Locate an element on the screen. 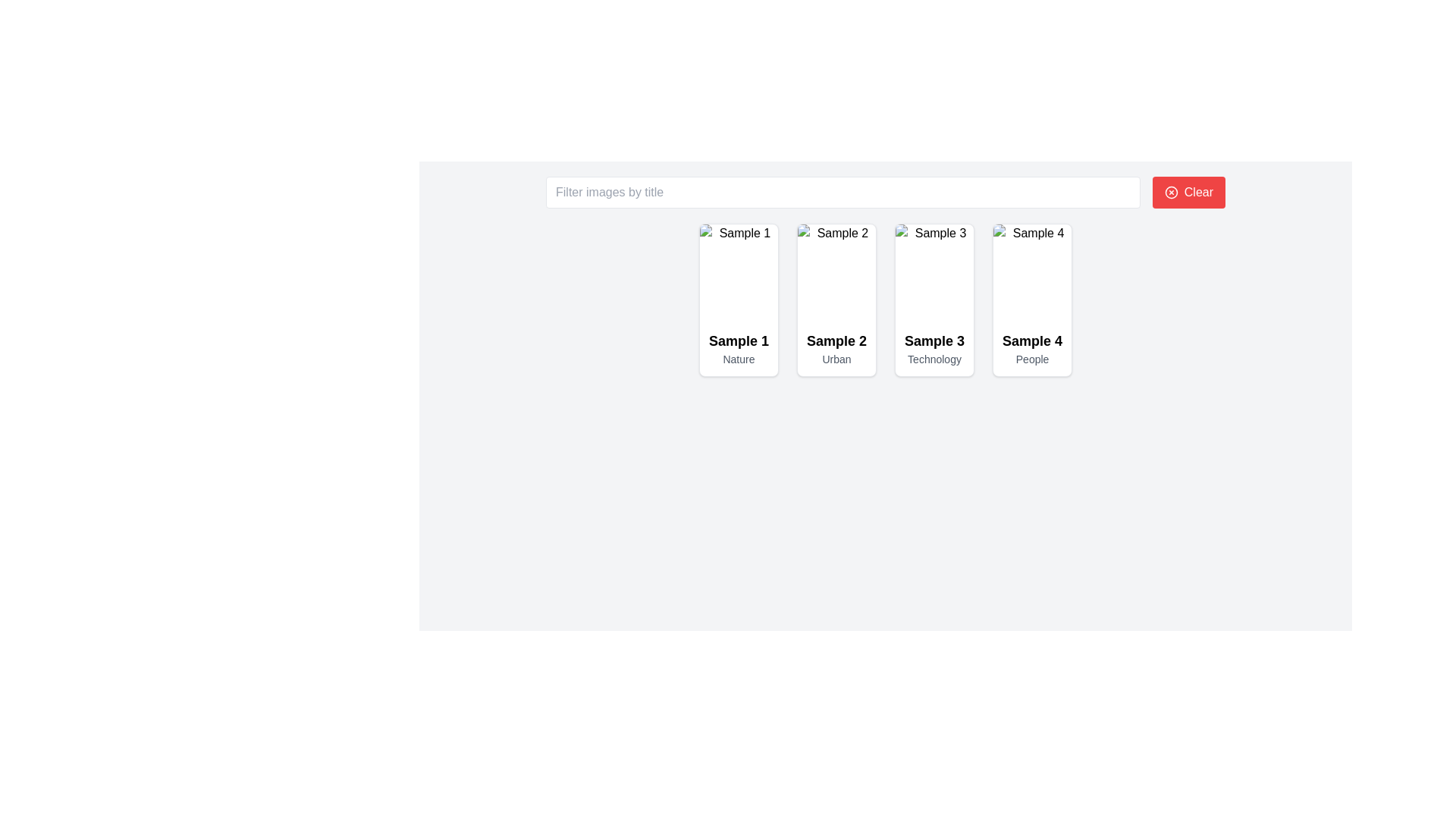 This screenshot has height=819, width=1456. the Text Display element that shows information for the 'Sample 4' card, located in the bottom half of the card, below the image section is located at coordinates (1031, 348).